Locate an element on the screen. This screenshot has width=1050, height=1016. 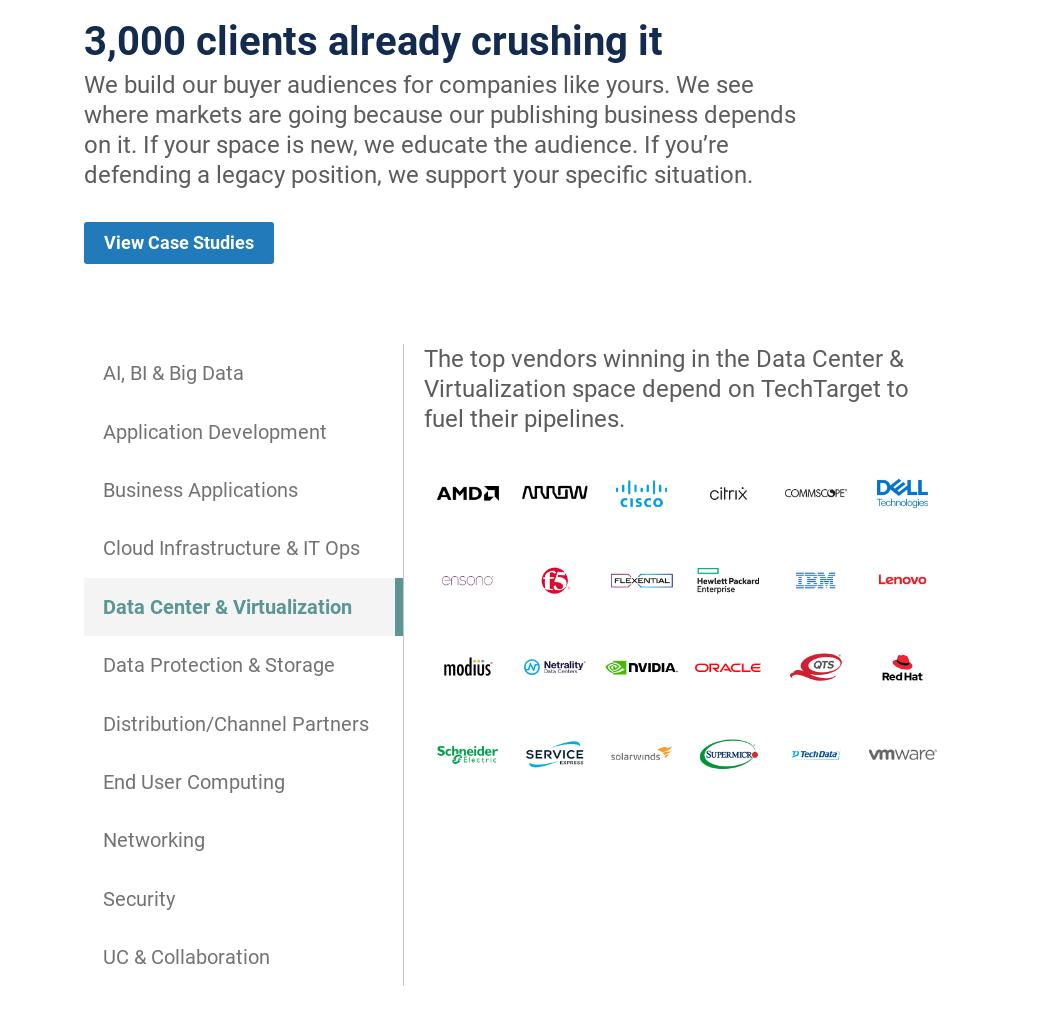
'The top vendors winning in the Data Center & Virtualization space depend on TechTarget to fuel their pipelines.' is located at coordinates (665, 388).